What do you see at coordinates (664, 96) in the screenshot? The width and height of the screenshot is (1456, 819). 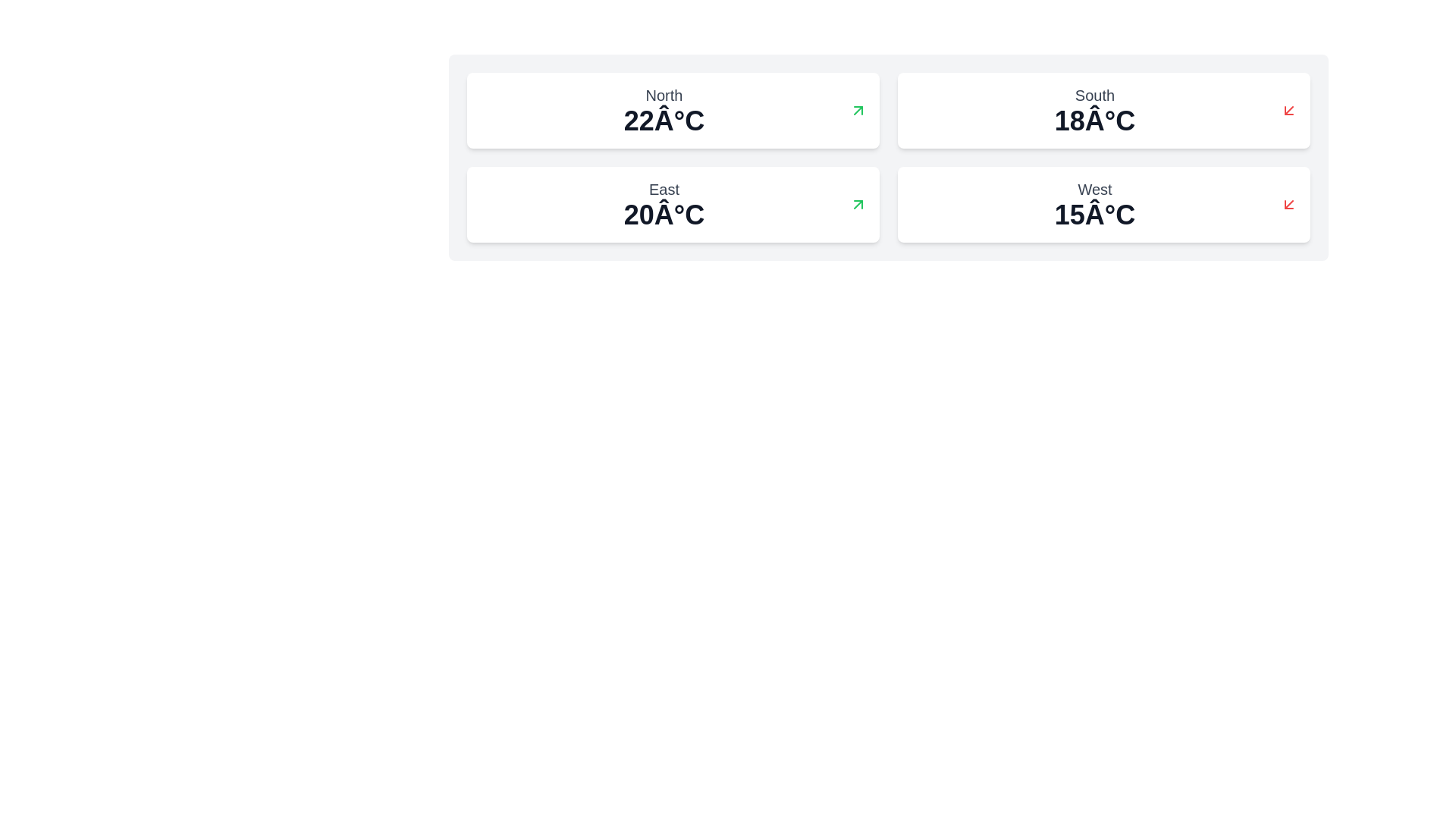 I see `the 'North' label, which is a gray text element displayed in a medium-large font size, positioned above the '22°C' temperature display within a card in the top-left corner of a 2x2 grid layout` at bounding box center [664, 96].